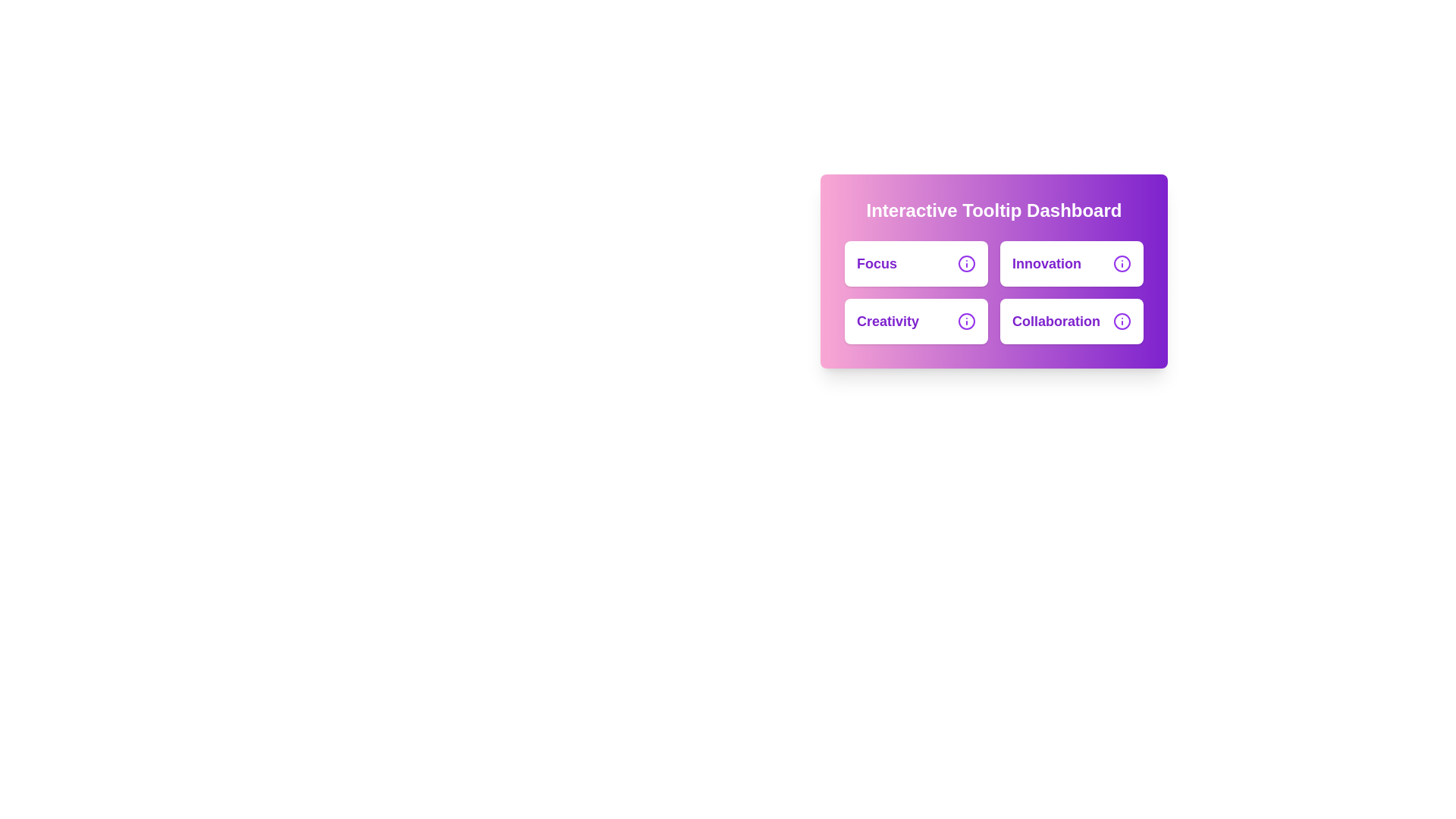 The height and width of the screenshot is (819, 1456). What do you see at coordinates (1122, 321) in the screenshot?
I see `the information icon located to the right of the 'Collaboration' text in the bottom-right quadrant of the tooltip dashboard` at bounding box center [1122, 321].